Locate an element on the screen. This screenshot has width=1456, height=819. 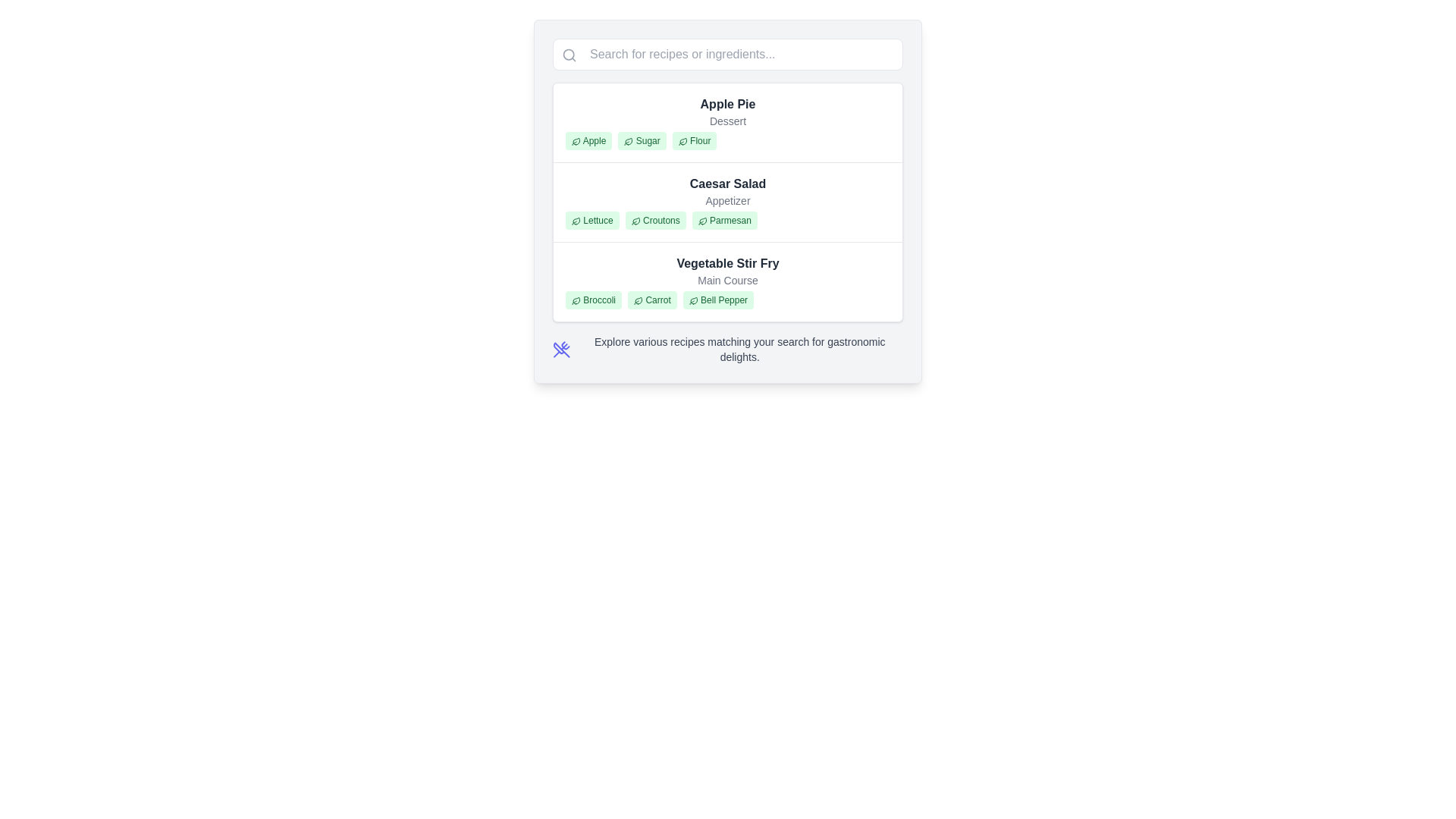
the decorative circular icon that is part of the search icon, positioned near the top-left corner of the interface is located at coordinates (568, 54).